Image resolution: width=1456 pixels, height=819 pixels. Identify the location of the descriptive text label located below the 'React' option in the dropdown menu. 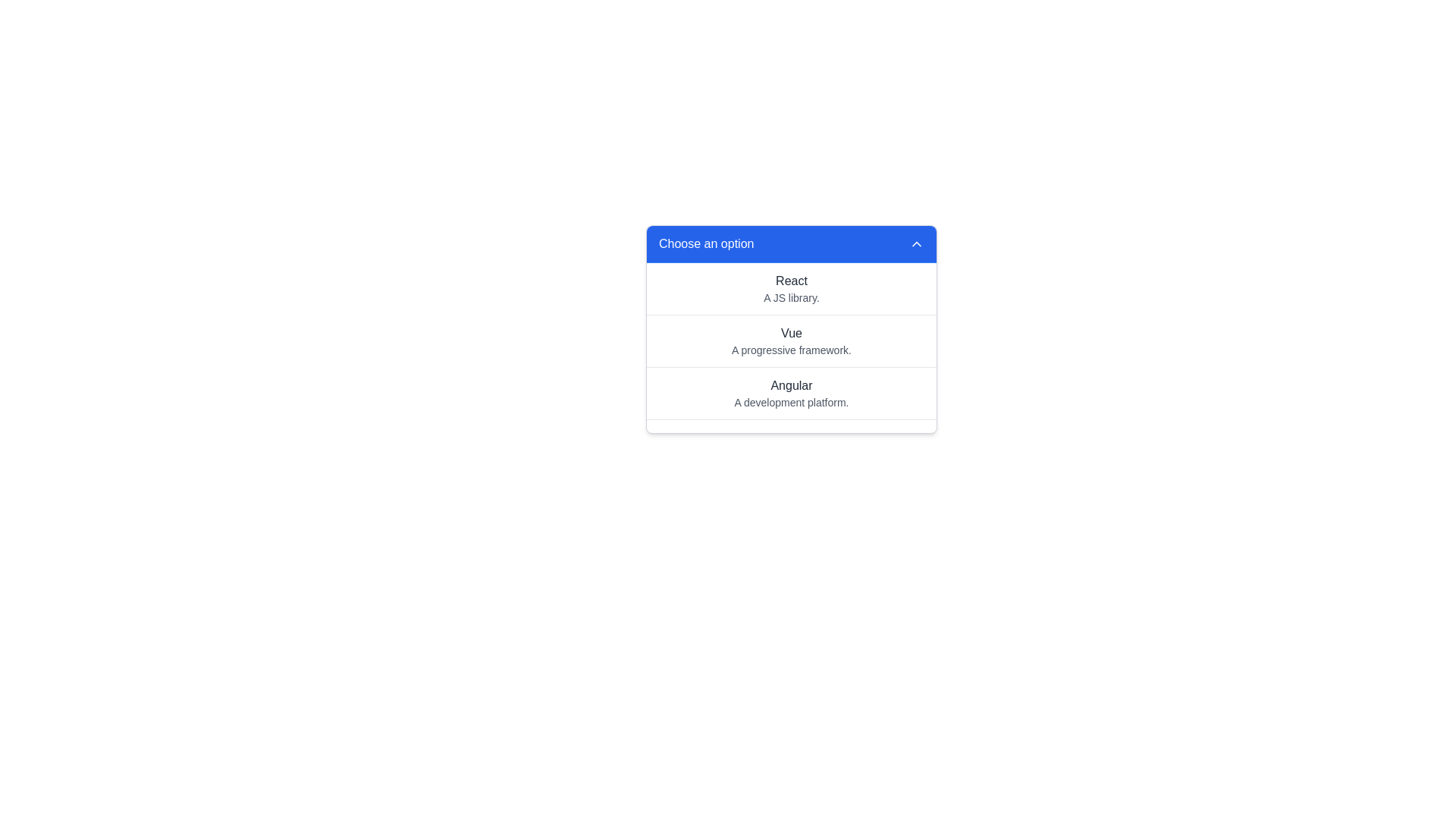
(790, 298).